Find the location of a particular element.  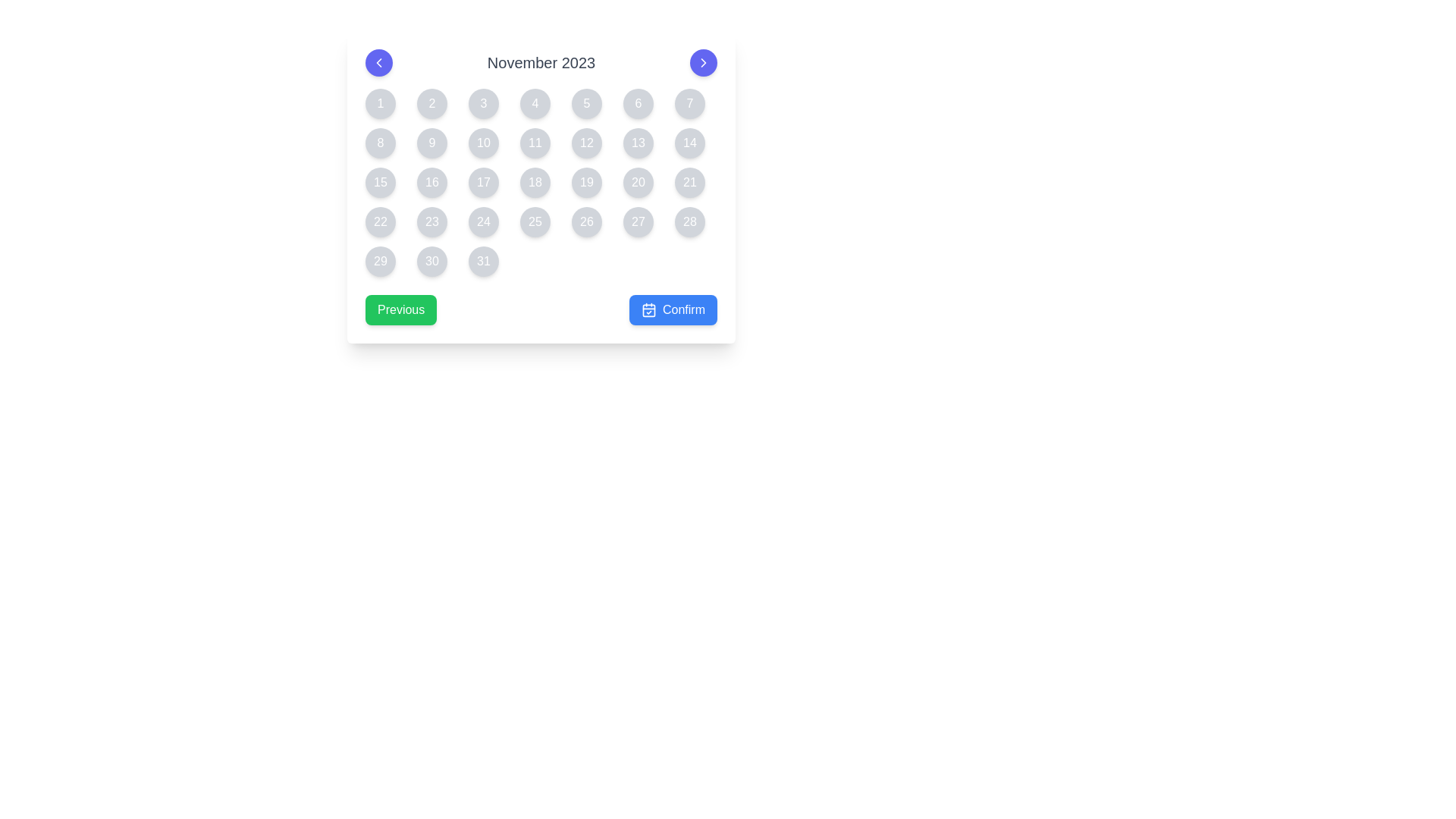

the circular button with a light gray background and white text reading '15' located in the third row and first column of the grid layout is located at coordinates (381, 181).